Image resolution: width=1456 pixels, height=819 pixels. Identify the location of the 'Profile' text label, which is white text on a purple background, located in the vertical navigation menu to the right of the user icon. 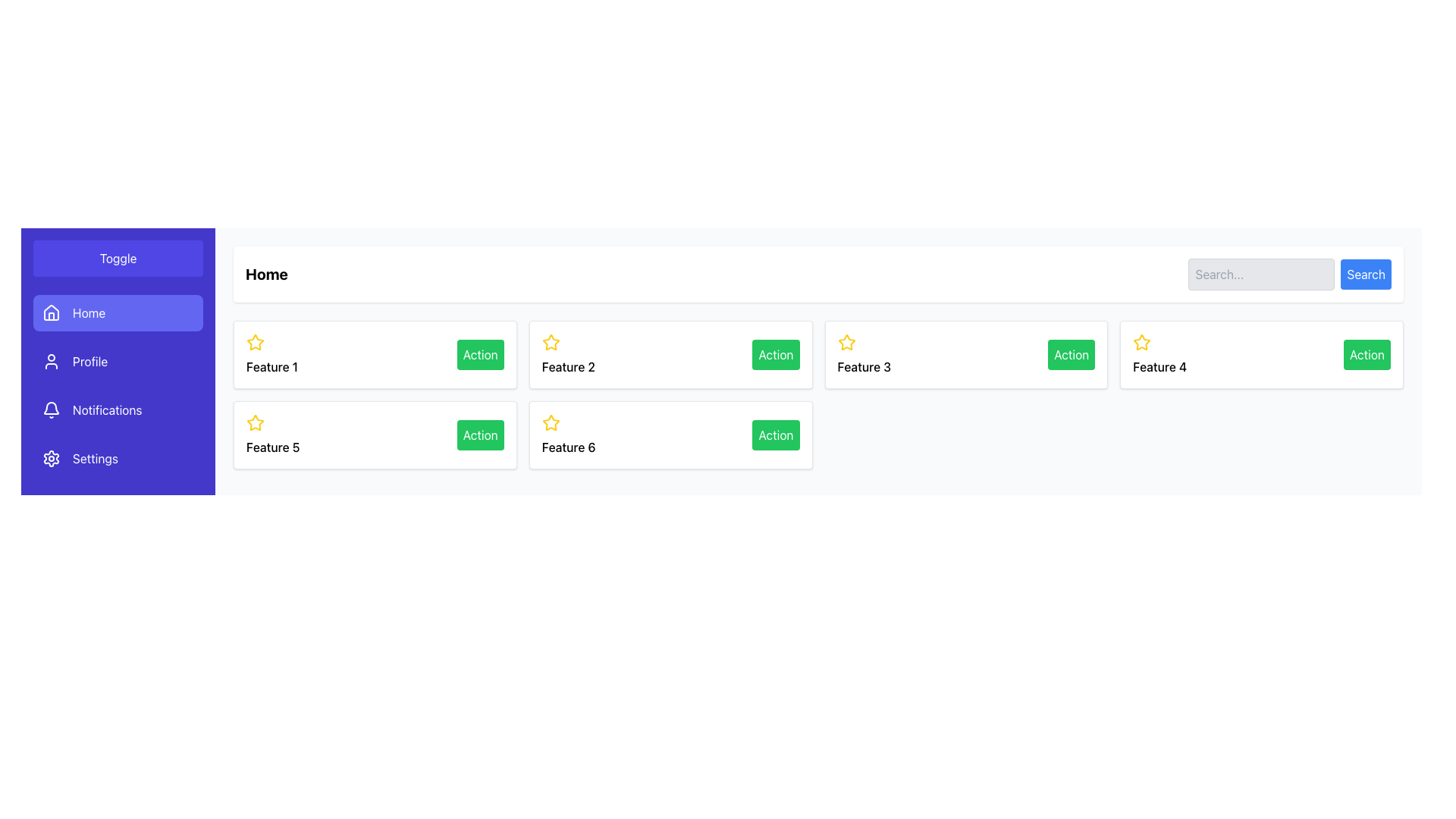
(89, 362).